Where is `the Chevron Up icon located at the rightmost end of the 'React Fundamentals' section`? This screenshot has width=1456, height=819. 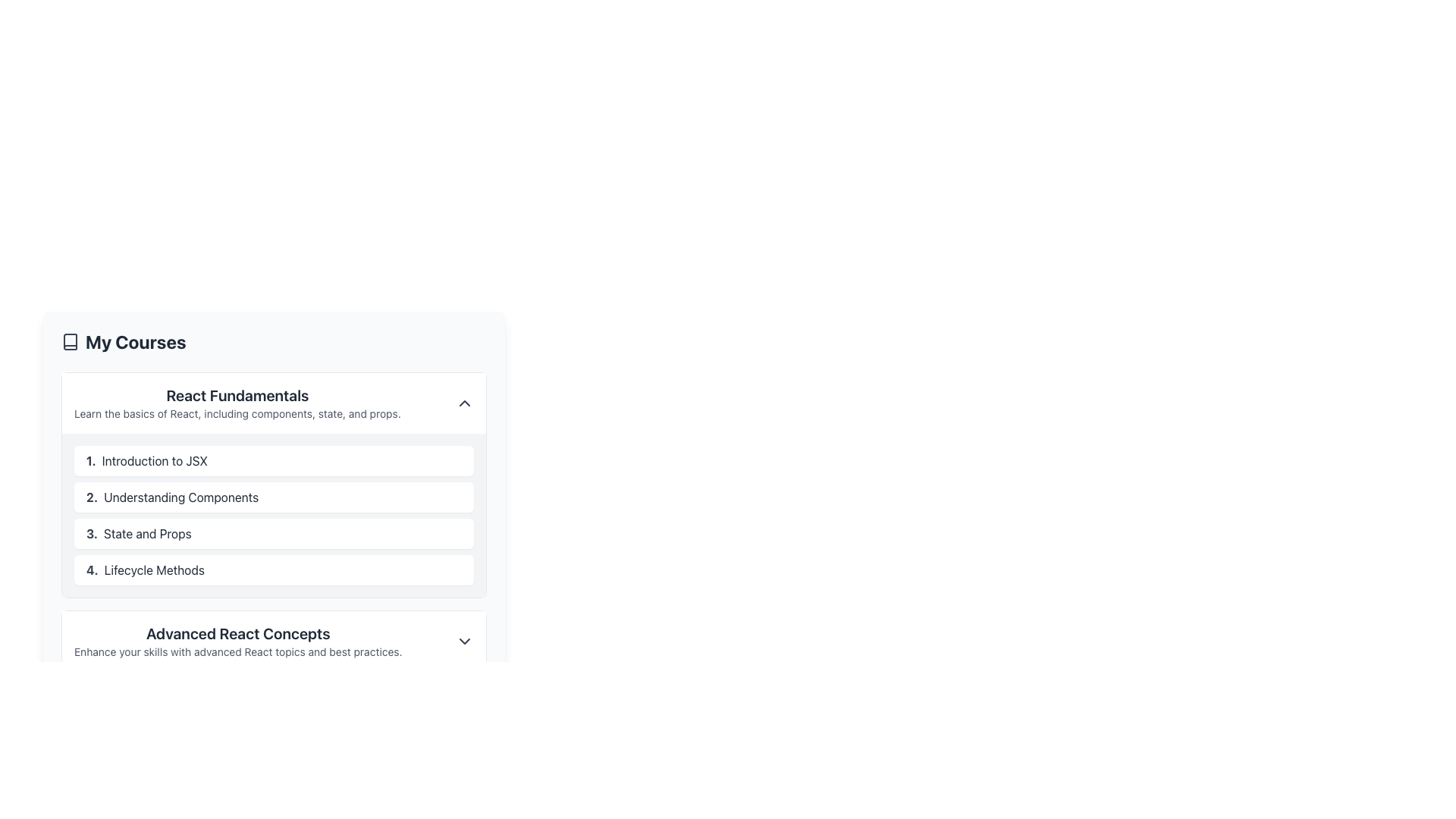 the Chevron Up icon located at the rightmost end of the 'React Fundamentals' section is located at coordinates (464, 403).